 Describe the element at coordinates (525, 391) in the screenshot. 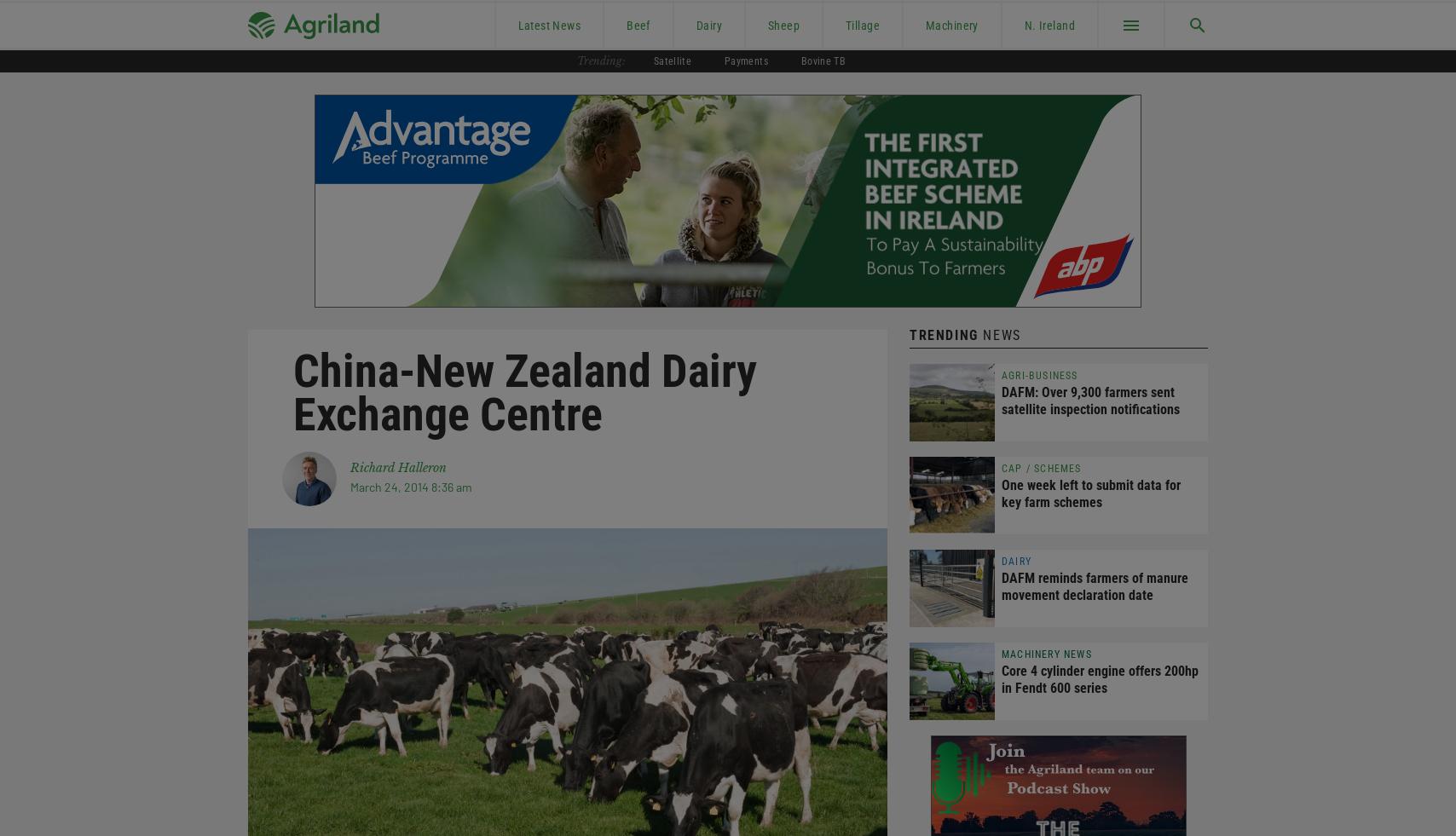

I see `'China-New Zealand Dairy Exchange Centre'` at that location.